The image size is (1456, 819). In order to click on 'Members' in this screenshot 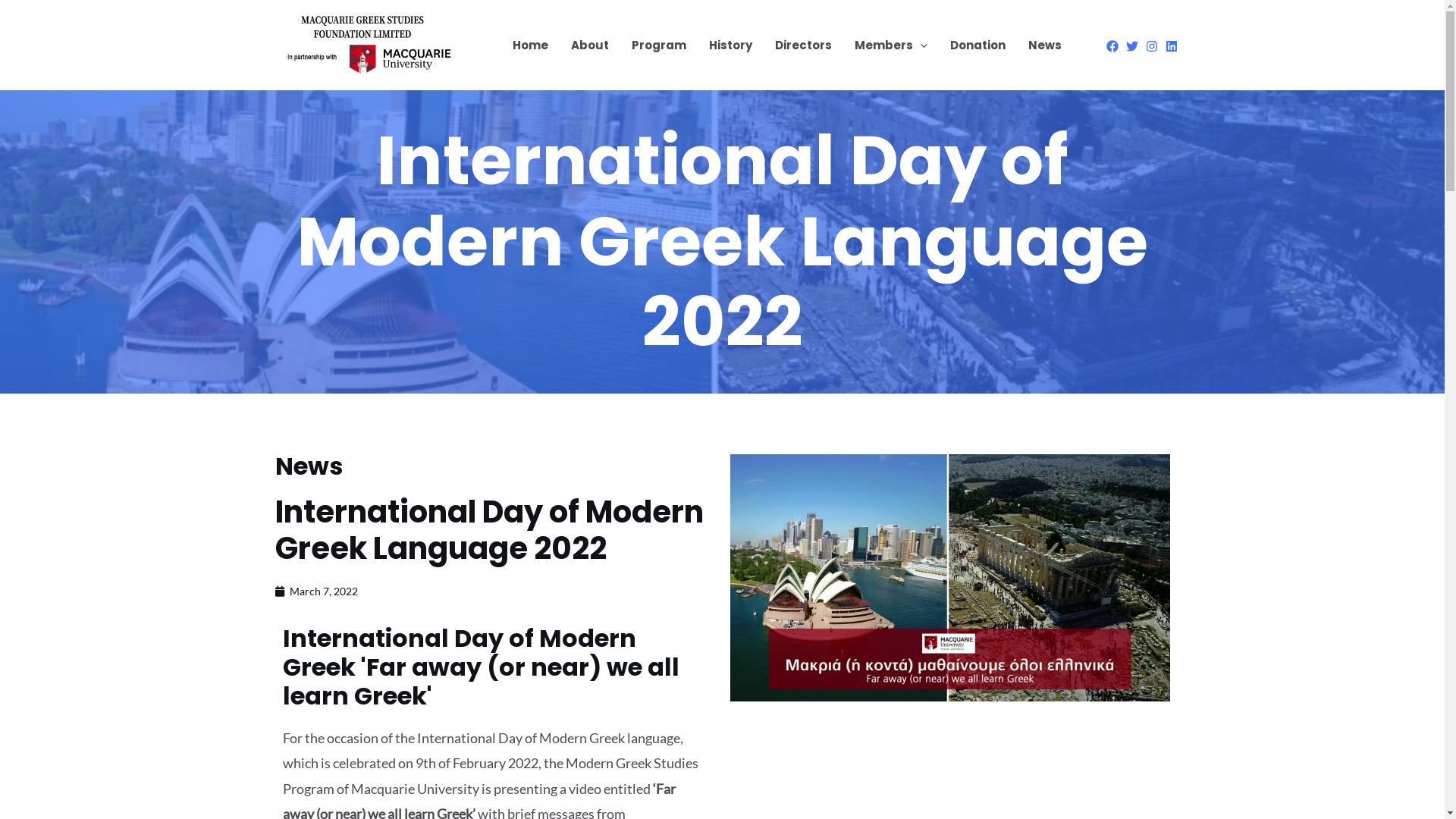, I will do `click(891, 45)`.